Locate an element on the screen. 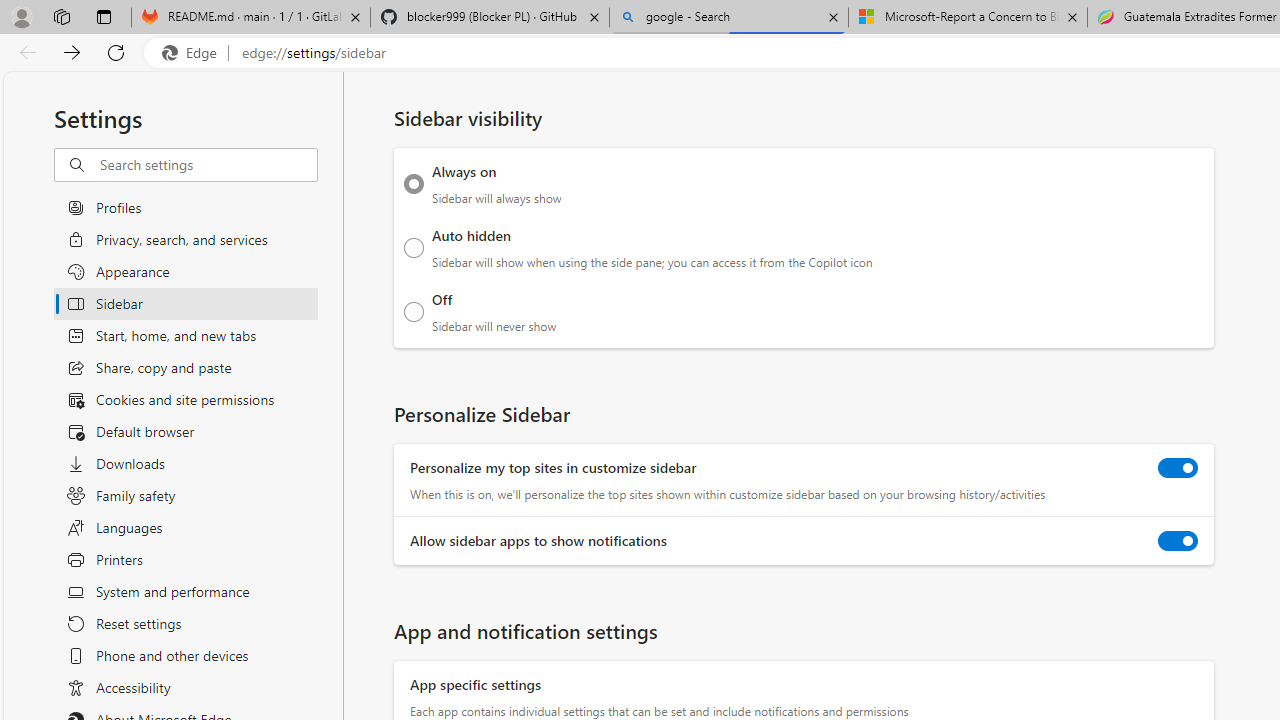 Image resolution: width=1280 pixels, height=720 pixels. 'Allow sidebar apps to show notifications' is located at coordinates (1178, 541).